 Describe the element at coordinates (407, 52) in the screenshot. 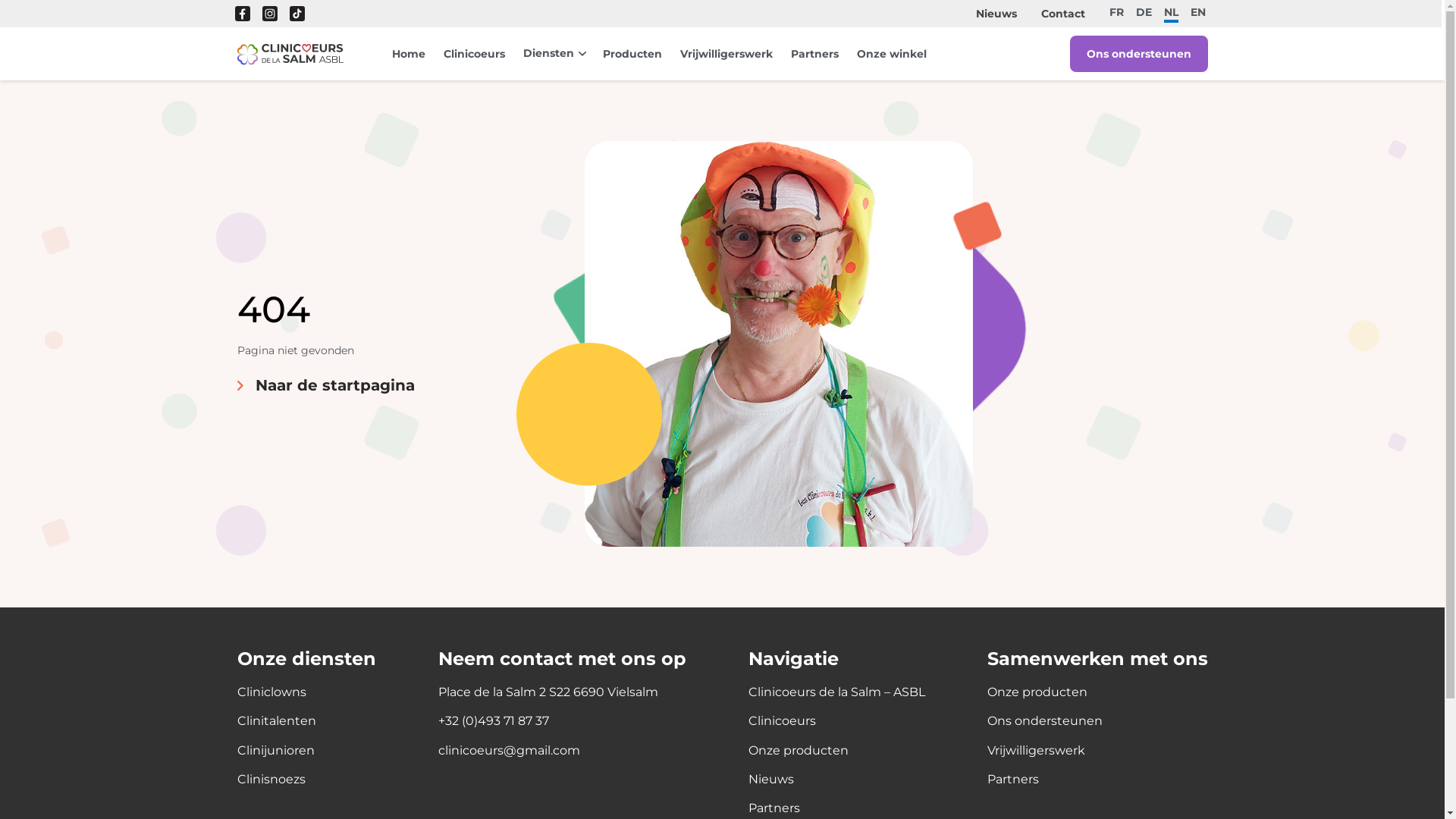

I see `'Home'` at that location.